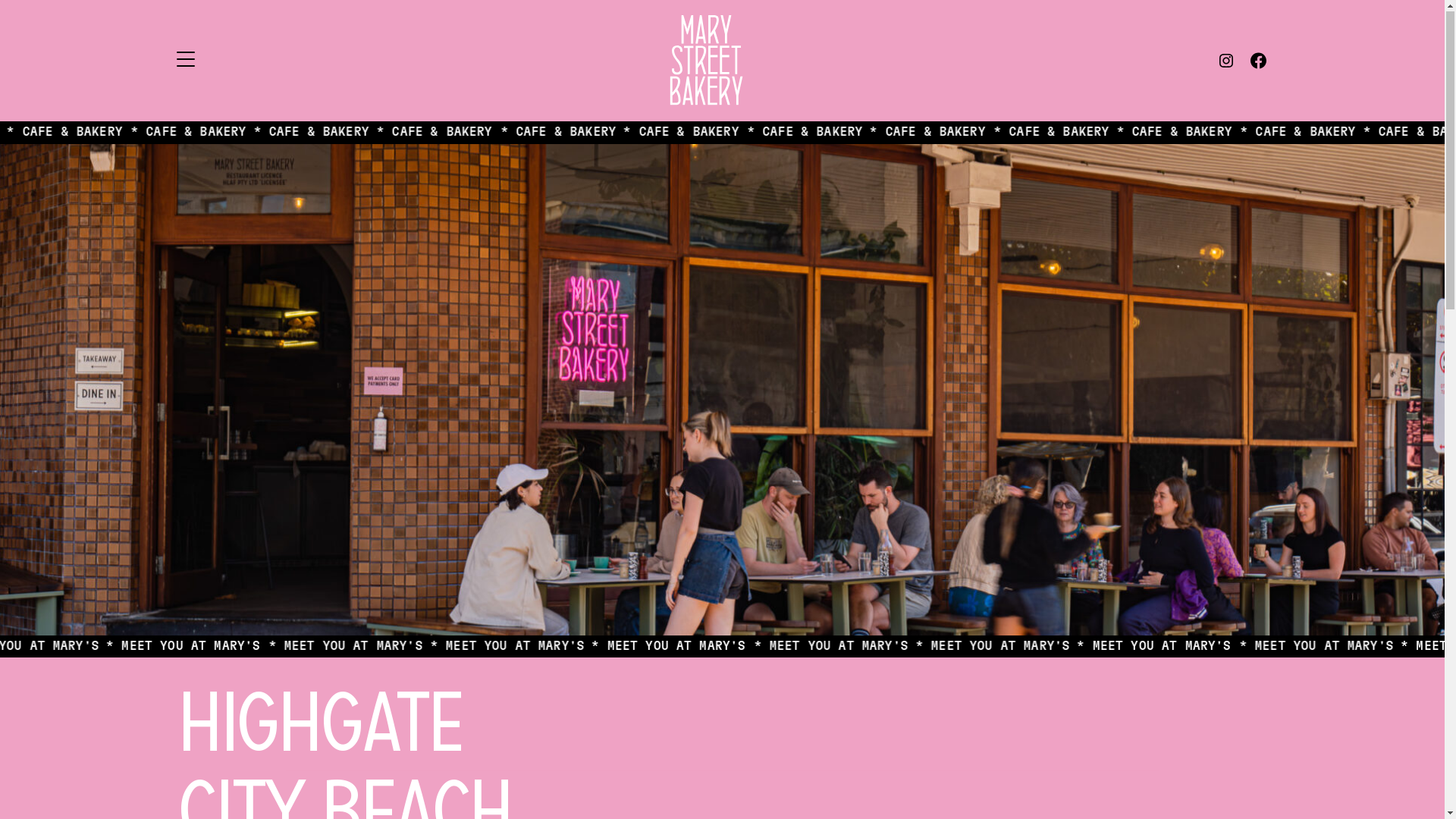 The height and width of the screenshot is (819, 1456). I want to click on 'Instagram', so click(1226, 61).